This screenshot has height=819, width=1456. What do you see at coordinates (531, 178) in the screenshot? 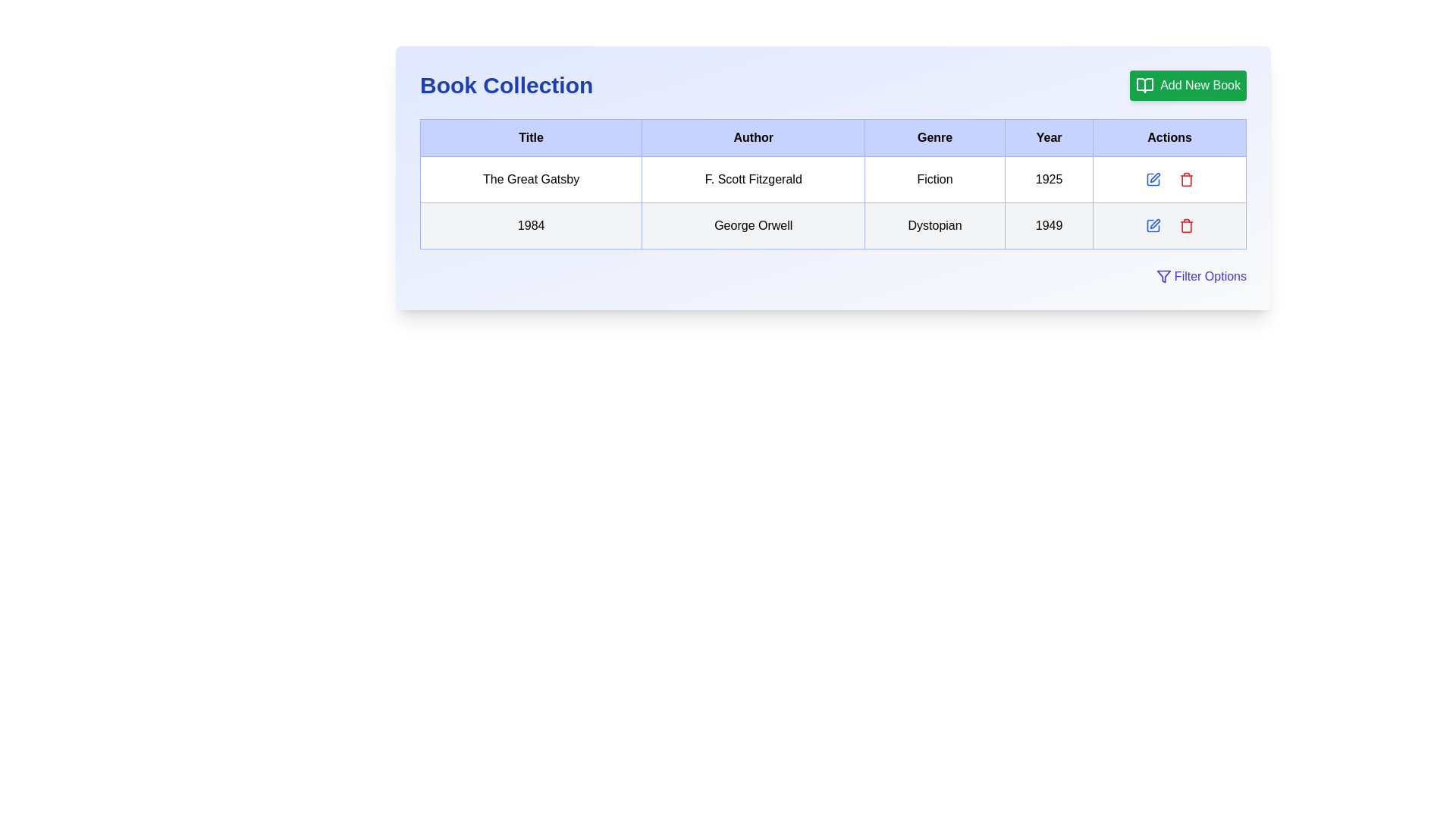
I see `text content from the text block styled with padding and an indigo border that contains the title 'The Great Gatsby', located in the first column of the first row in a table-like structure` at bounding box center [531, 178].